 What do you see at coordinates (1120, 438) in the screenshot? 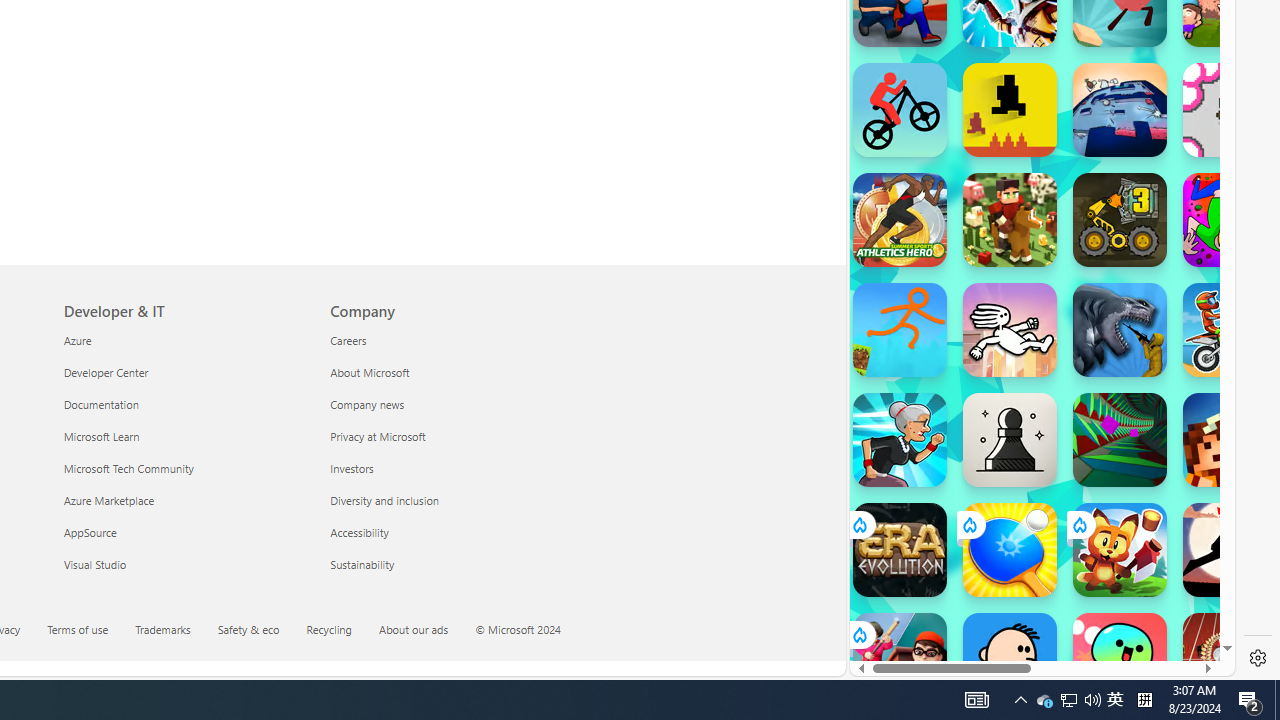
I see `'Tunnel Rush Tunnel Rush'` at bounding box center [1120, 438].